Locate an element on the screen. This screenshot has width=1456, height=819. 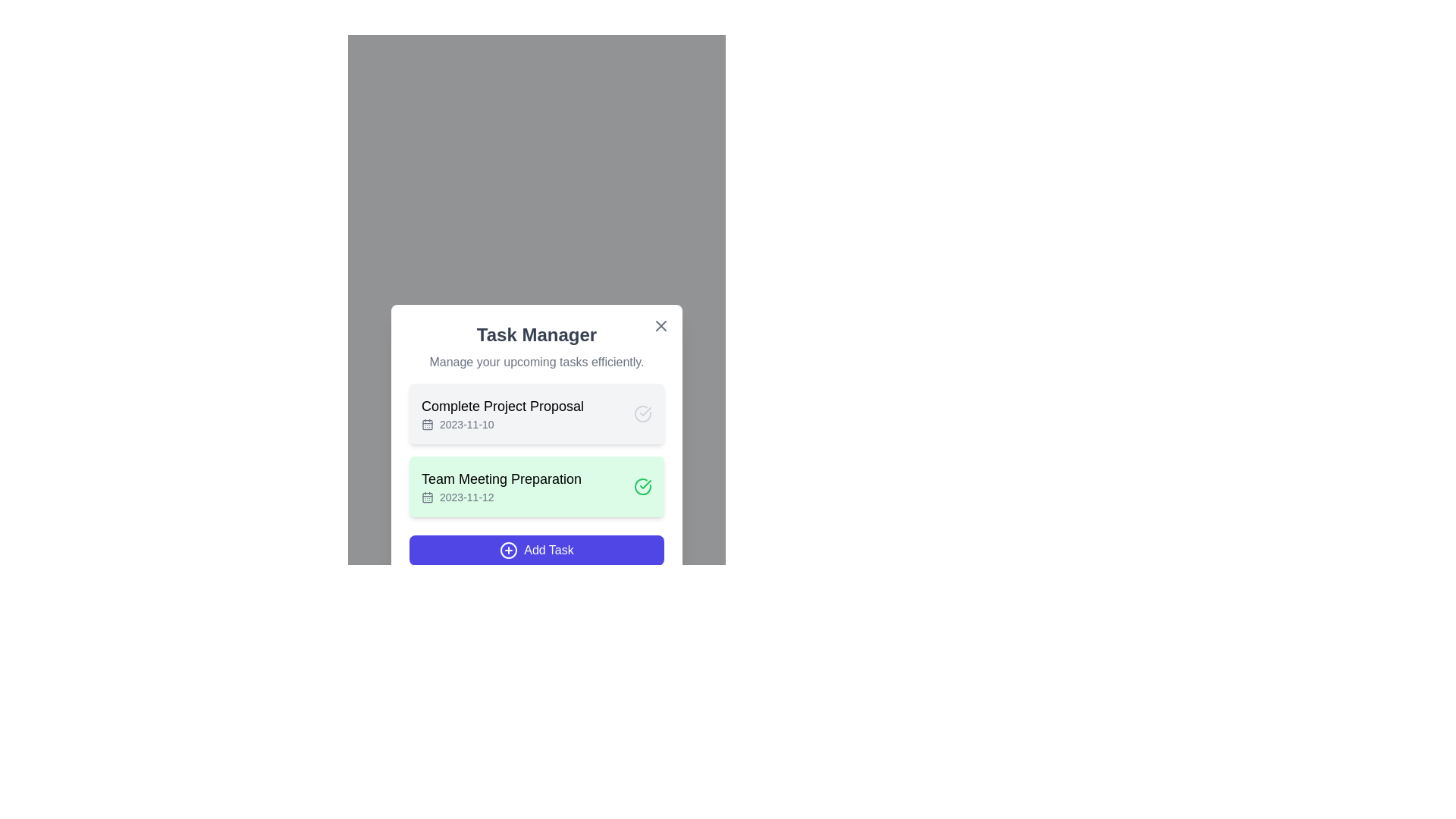
the calendar icon located to the left of the text '2023-11-12' within the second task item labeled 'Team Meeting Preparation' is located at coordinates (427, 497).